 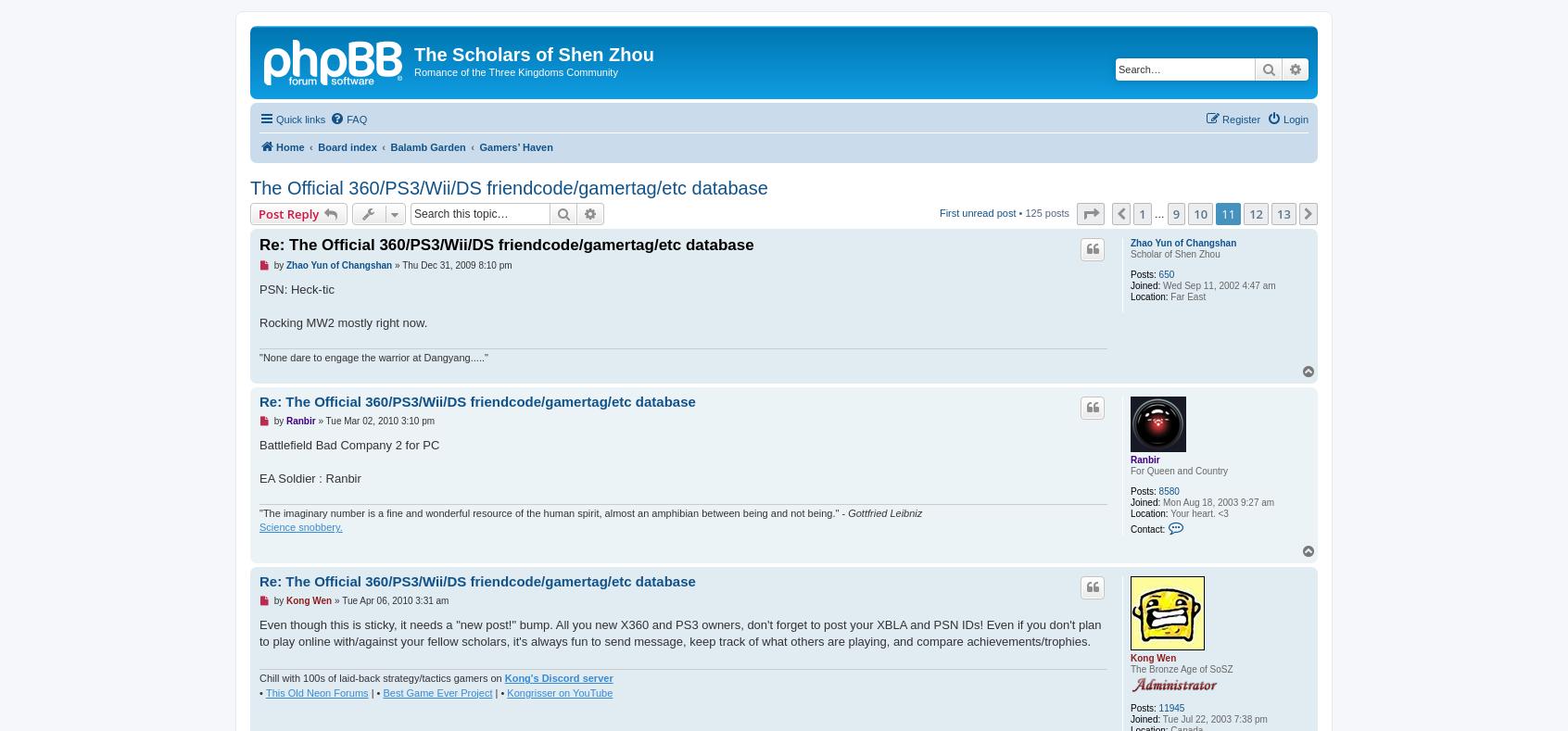 I want to click on 'Best Game Ever Project', so click(x=436, y=692).